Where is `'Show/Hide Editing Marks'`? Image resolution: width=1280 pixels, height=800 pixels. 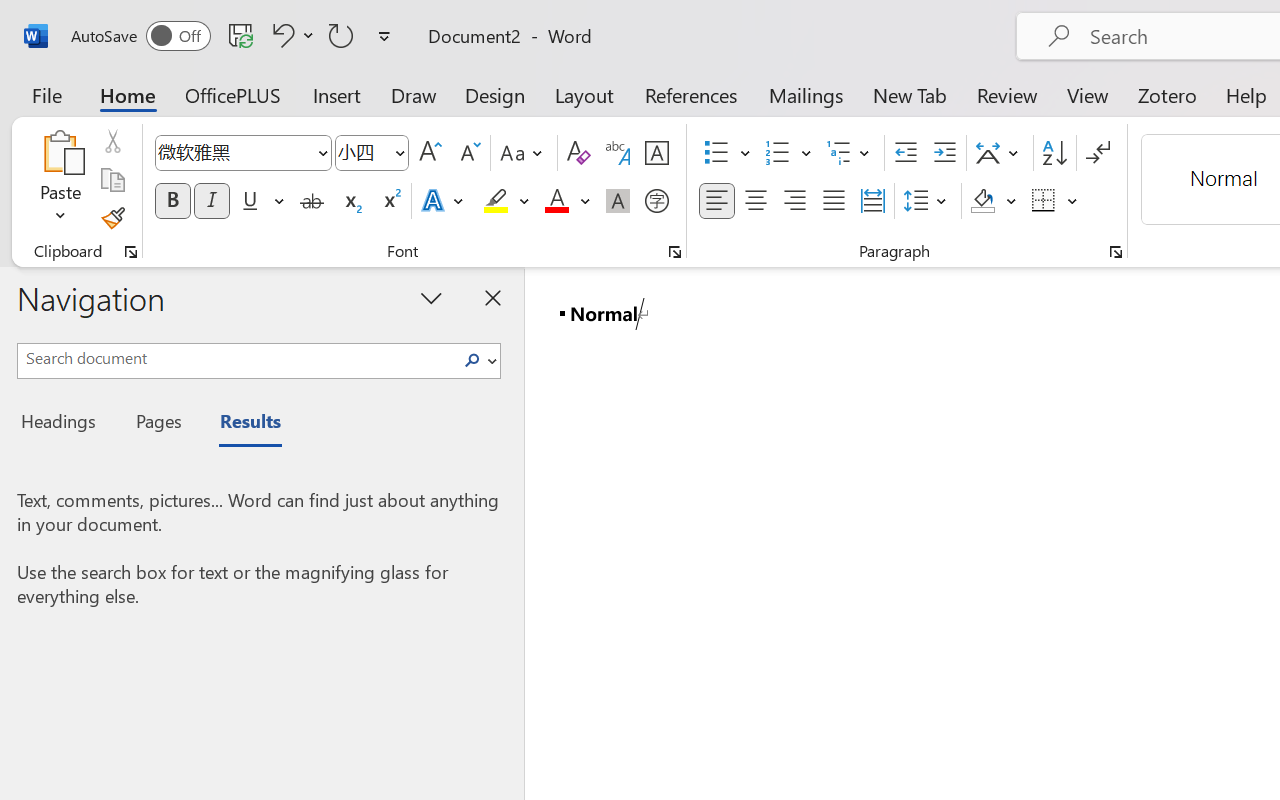 'Show/Hide Editing Marks' is located at coordinates (1097, 153).